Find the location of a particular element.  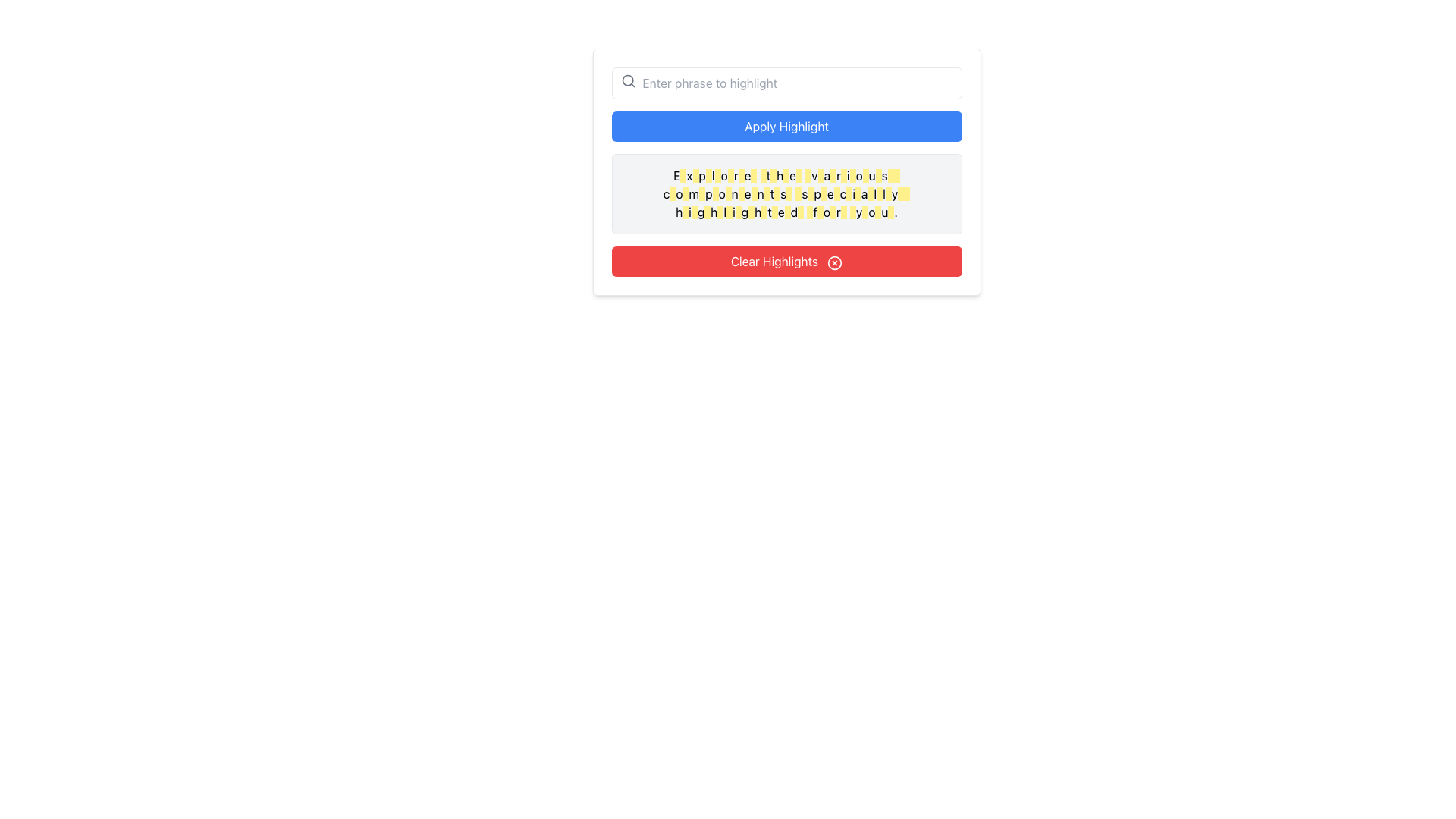

the Highlight marker, which is the last element in the sentence with distinctive background styling meant for emphasizing text is located at coordinates (878, 212).